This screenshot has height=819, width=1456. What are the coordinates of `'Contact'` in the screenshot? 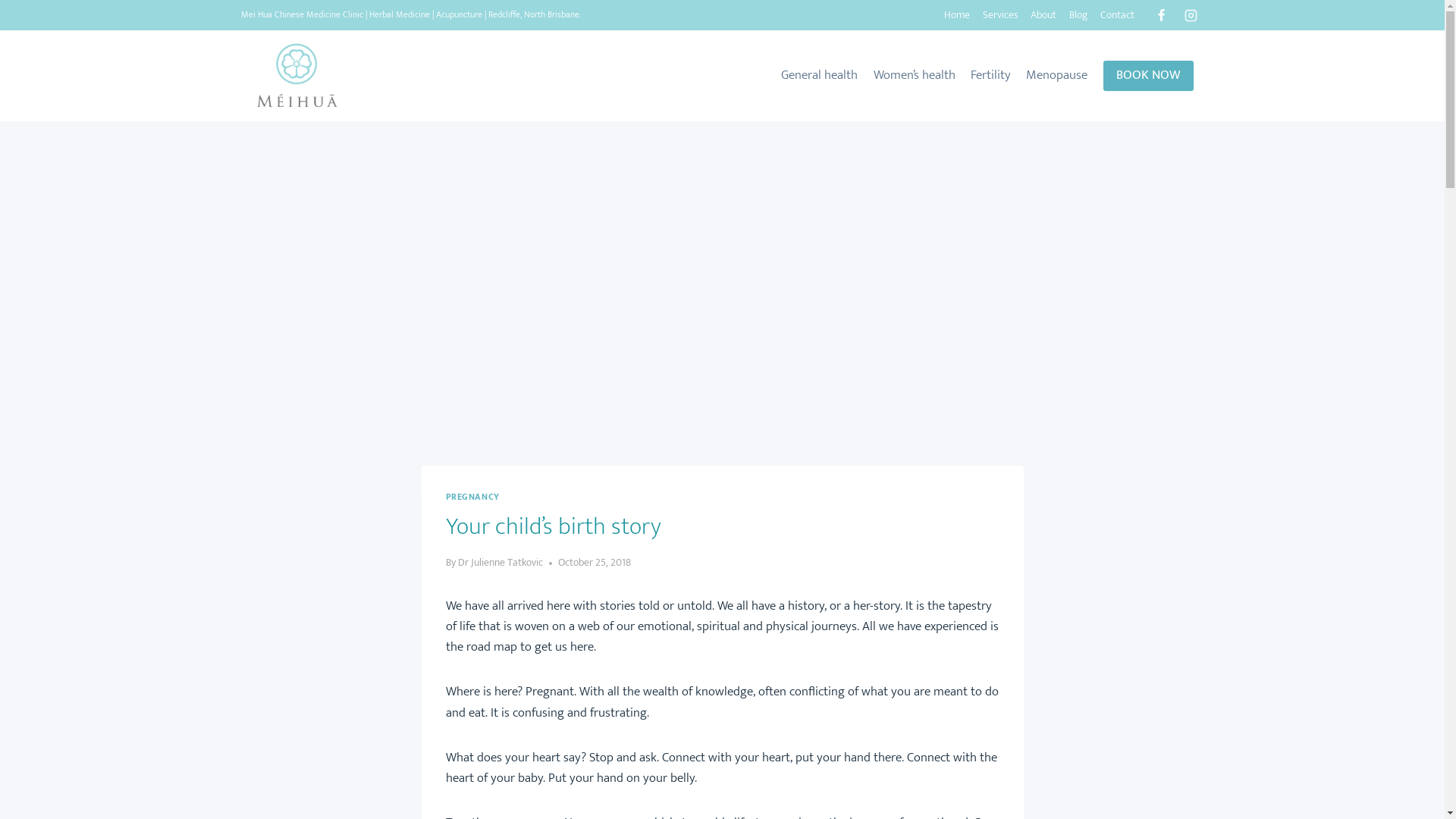 It's located at (1117, 15).